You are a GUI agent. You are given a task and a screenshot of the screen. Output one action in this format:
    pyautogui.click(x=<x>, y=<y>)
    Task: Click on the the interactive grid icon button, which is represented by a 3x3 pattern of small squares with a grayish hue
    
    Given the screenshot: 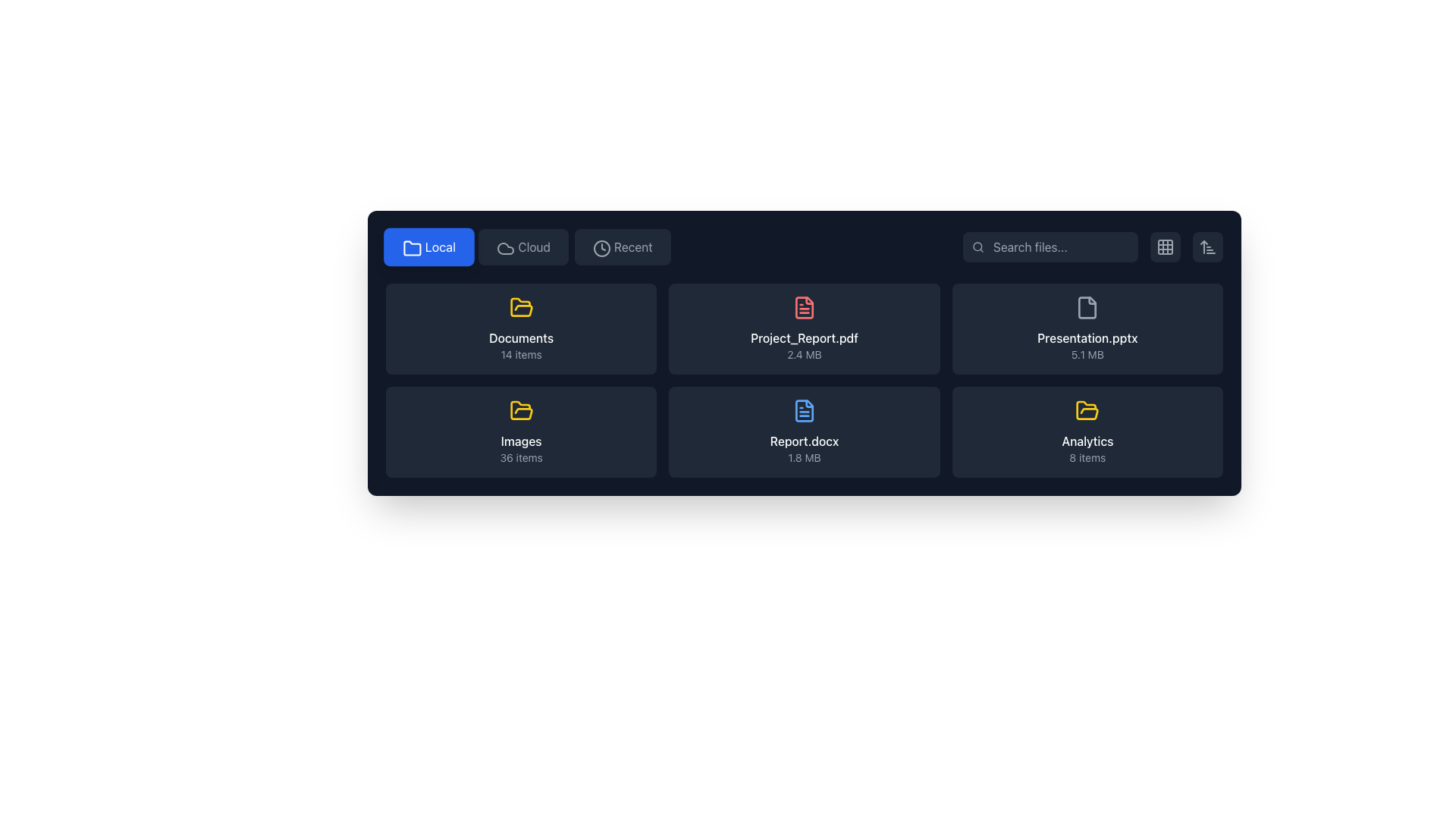 What is the action you would take?
    pyautogui.click(x=1164, y=246)
    